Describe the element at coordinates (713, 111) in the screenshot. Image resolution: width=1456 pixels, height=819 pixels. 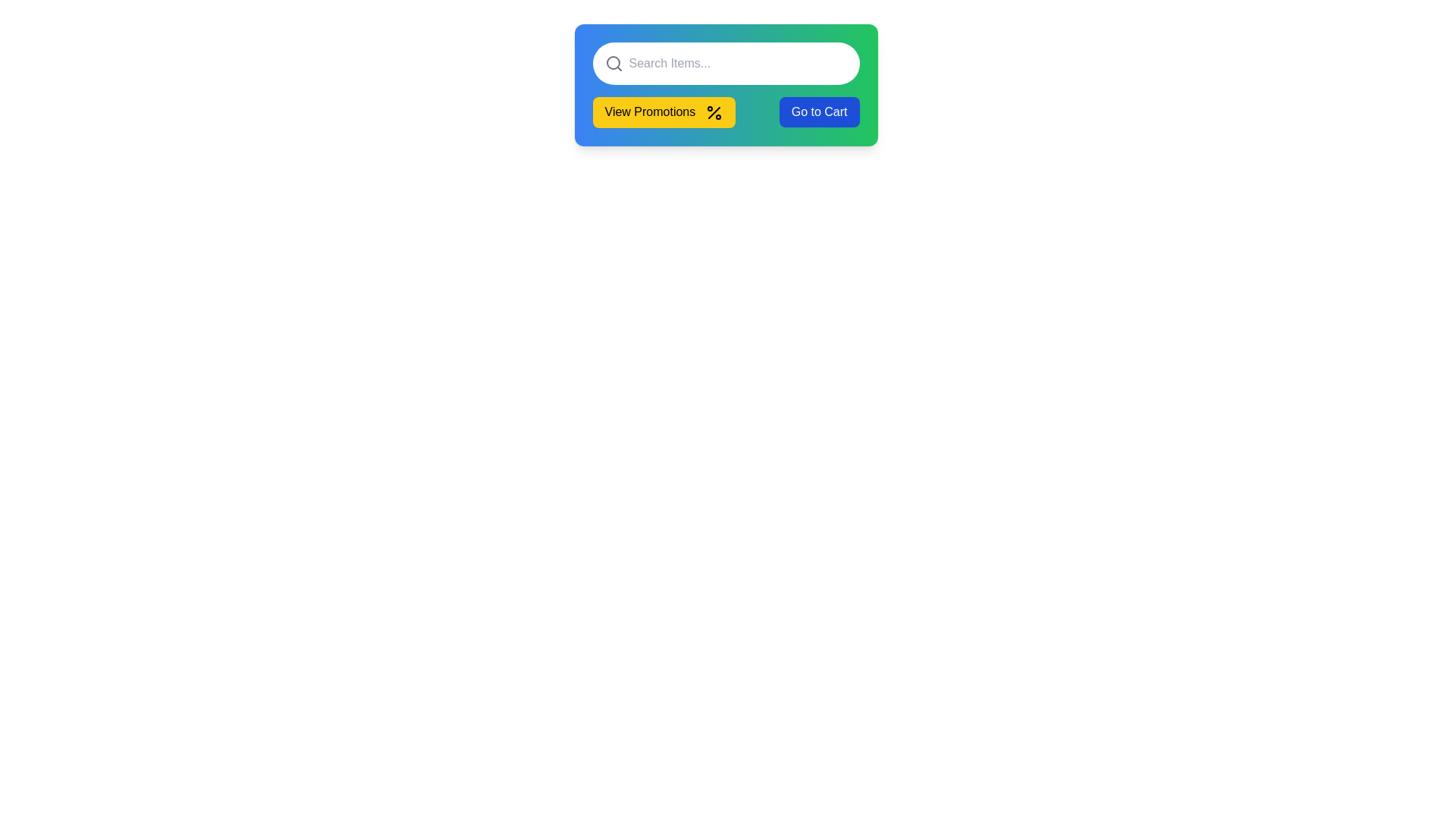
I see `the percent symbol icon within the yellow 'View Promotions' button, located to the right of the 'View Promotions' text label` at that location.